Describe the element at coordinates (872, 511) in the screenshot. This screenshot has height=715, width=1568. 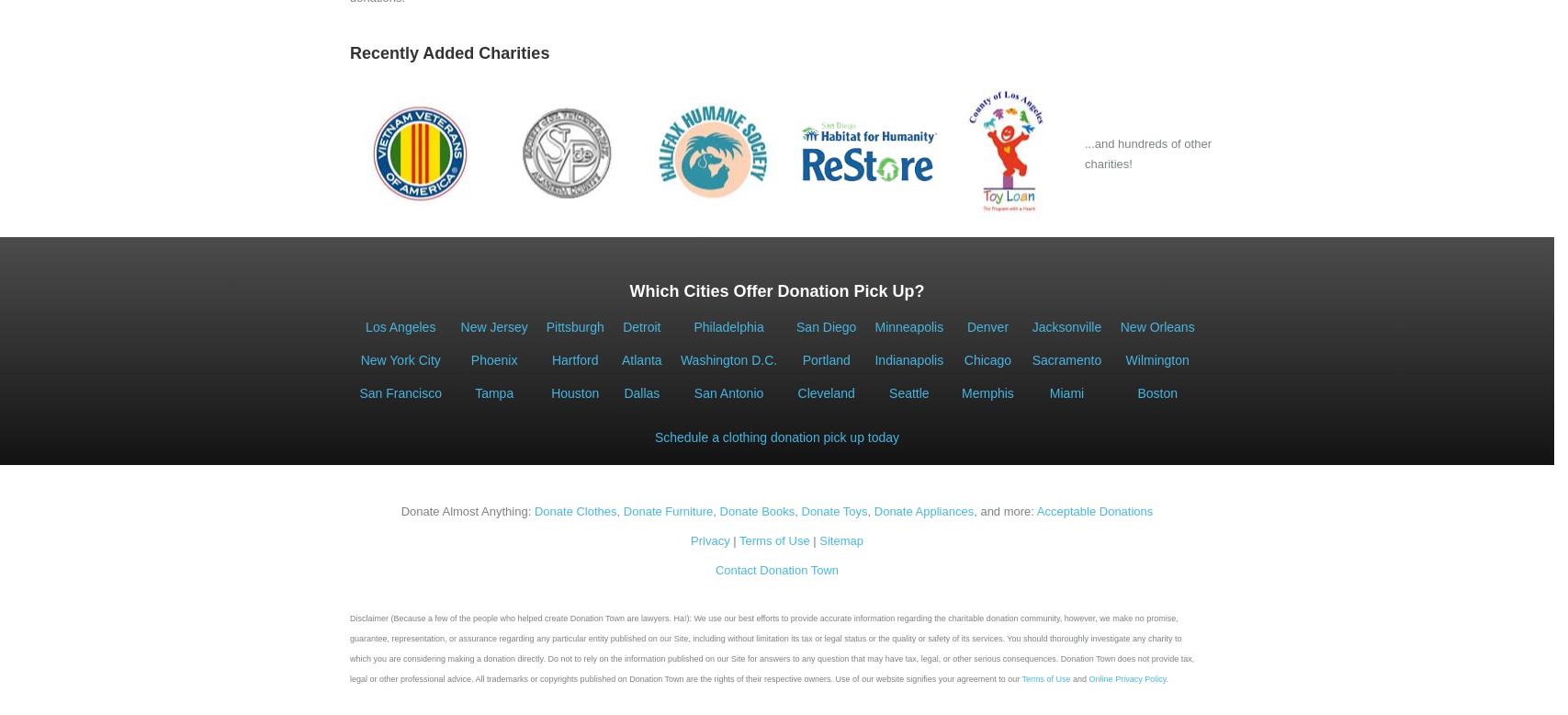
I see `'Donate Appliances'` at that location.